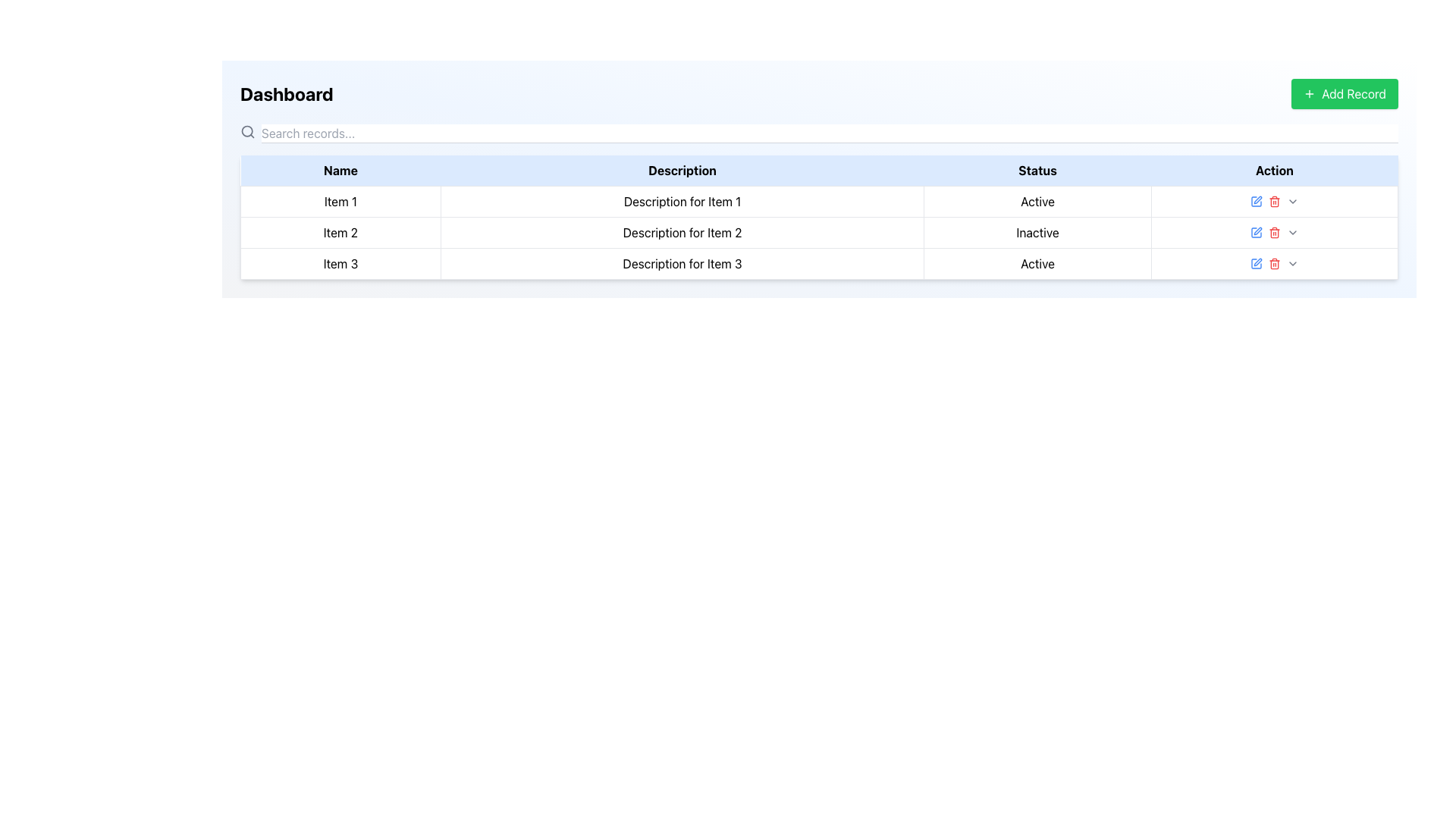 Image resolution: width=1456 pixels, height=819 pixels. I want to click on the edit button located in the 'Action' column of the table in the first row to observe a color change, so click(1256, 201).